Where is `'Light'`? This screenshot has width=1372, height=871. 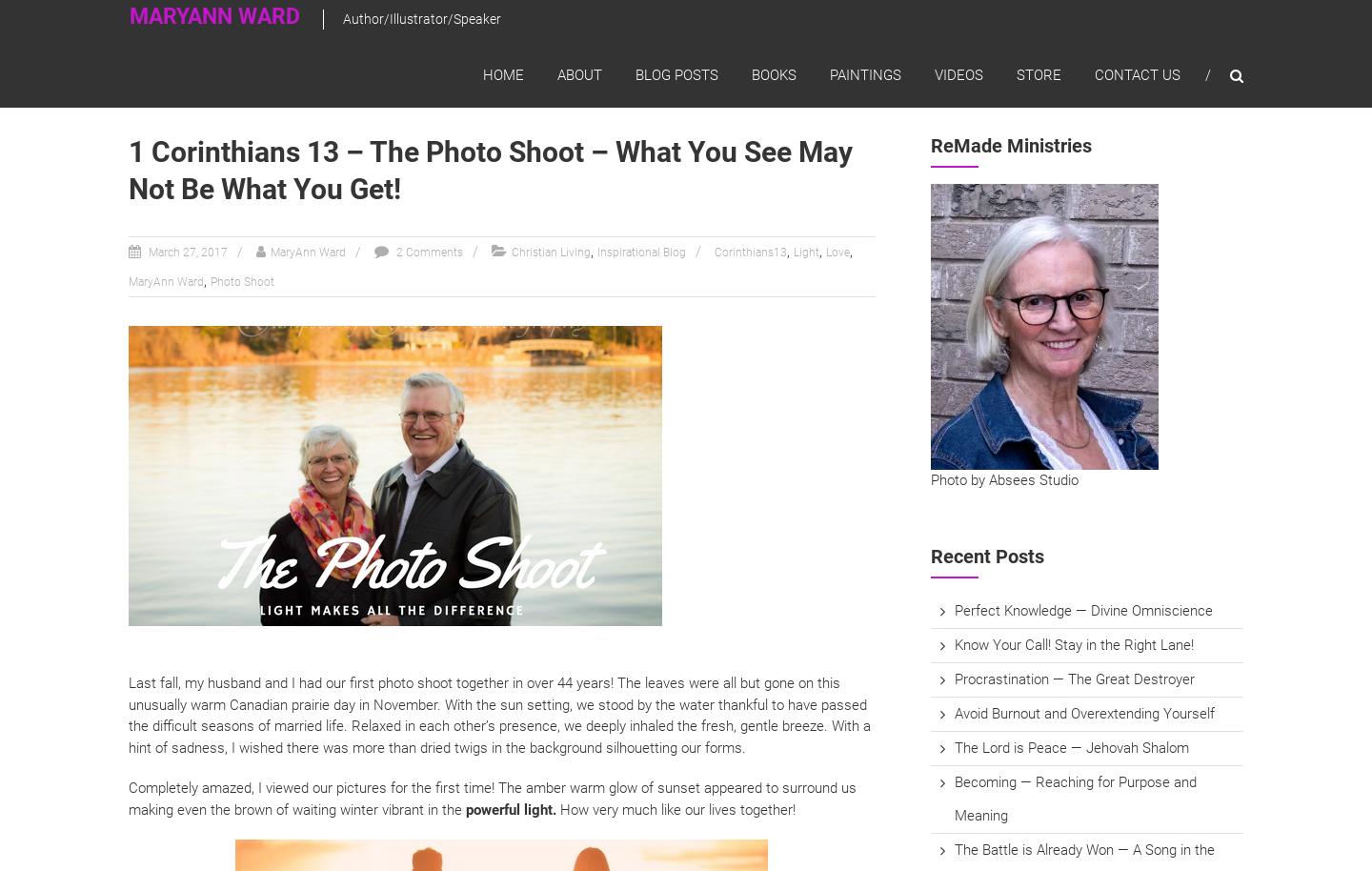 'Light' is located at coordinates (805, 251).